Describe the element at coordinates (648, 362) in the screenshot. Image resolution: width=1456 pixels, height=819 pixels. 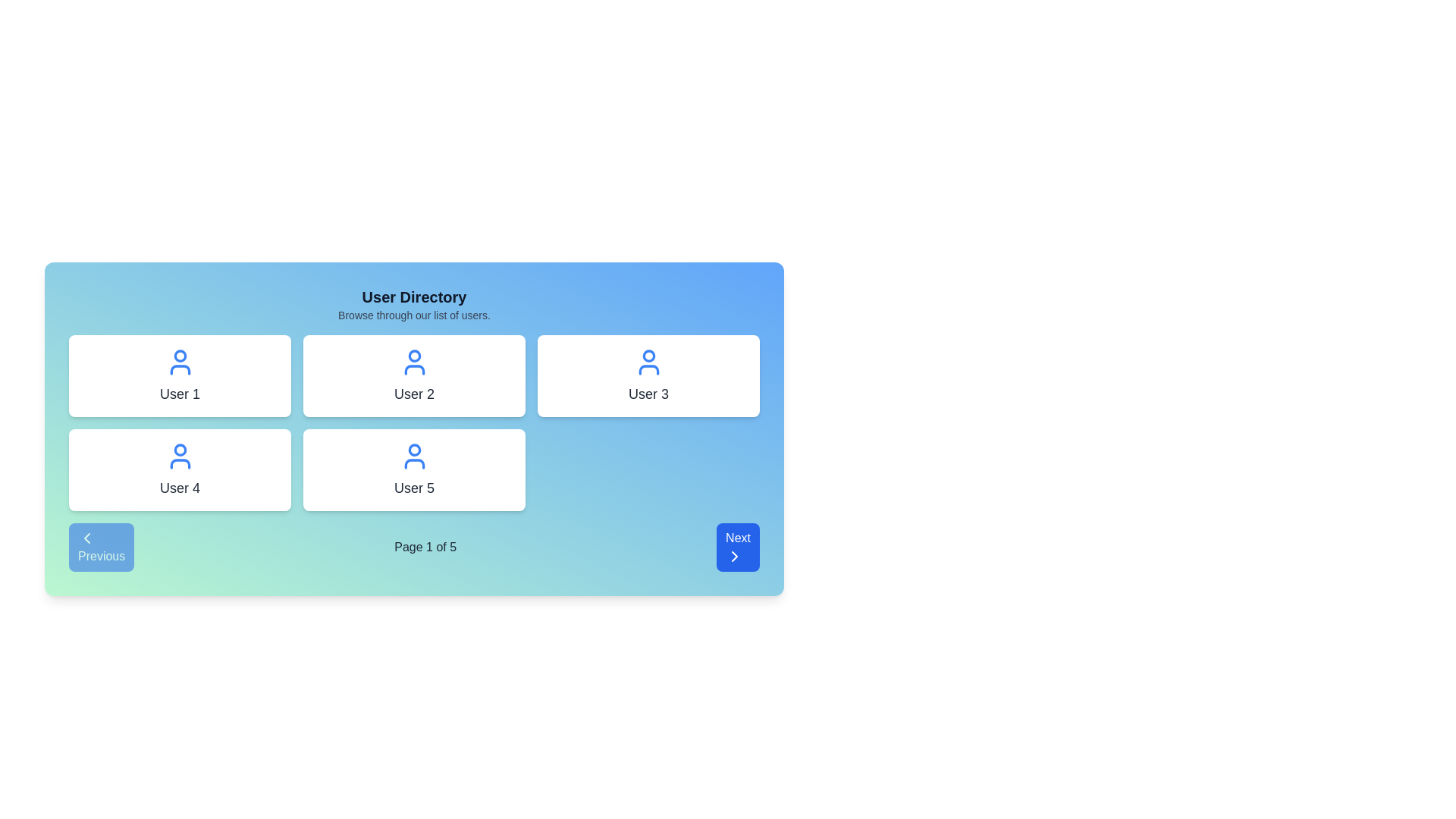
I see `the 'User 3' profile icon located in the center of the user card in the top-right section of the grid` at that location.